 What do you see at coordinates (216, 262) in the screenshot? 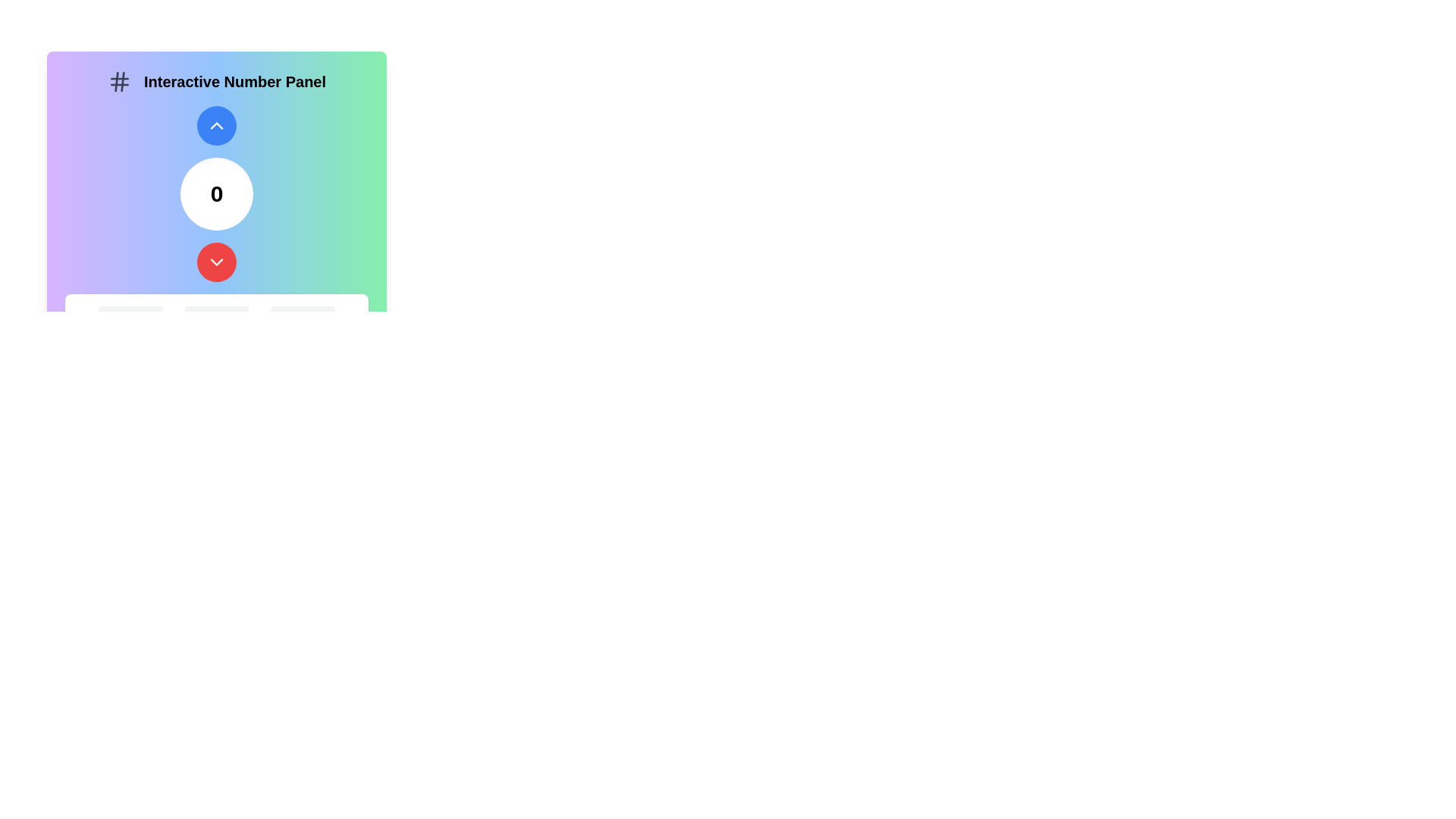
I see `the SVG icon representing a downward action inside the red circular button` at bounding box center [216, 262].